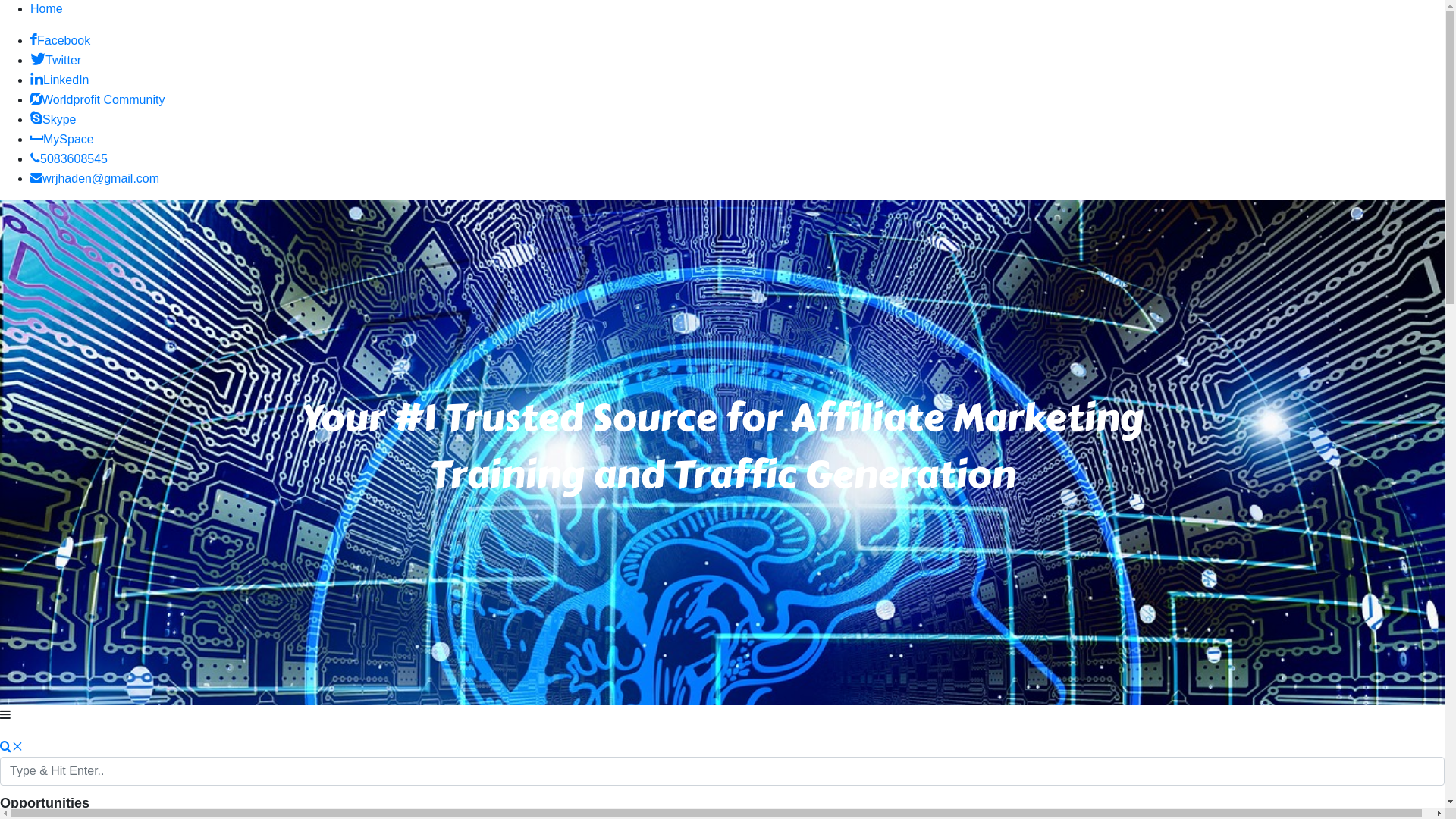  I want to click on 'Home', so click(46, 8).